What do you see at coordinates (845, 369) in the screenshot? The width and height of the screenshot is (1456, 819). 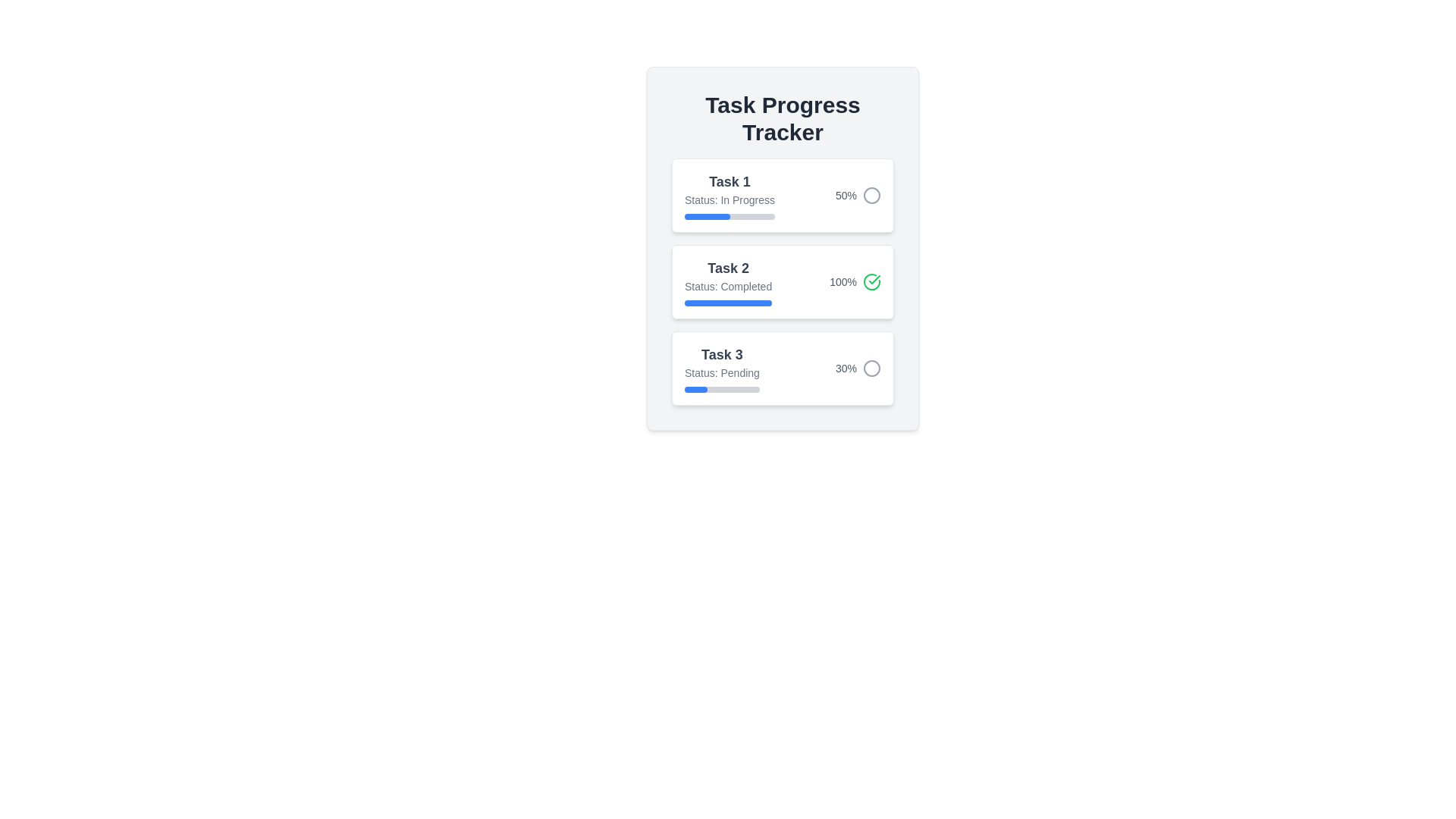 I see `the text label displaying '30%' which is located adjacent to a circular icon in the third task card labeled 'Task 3: Status: Pending'` at bounding box center [845, 369].